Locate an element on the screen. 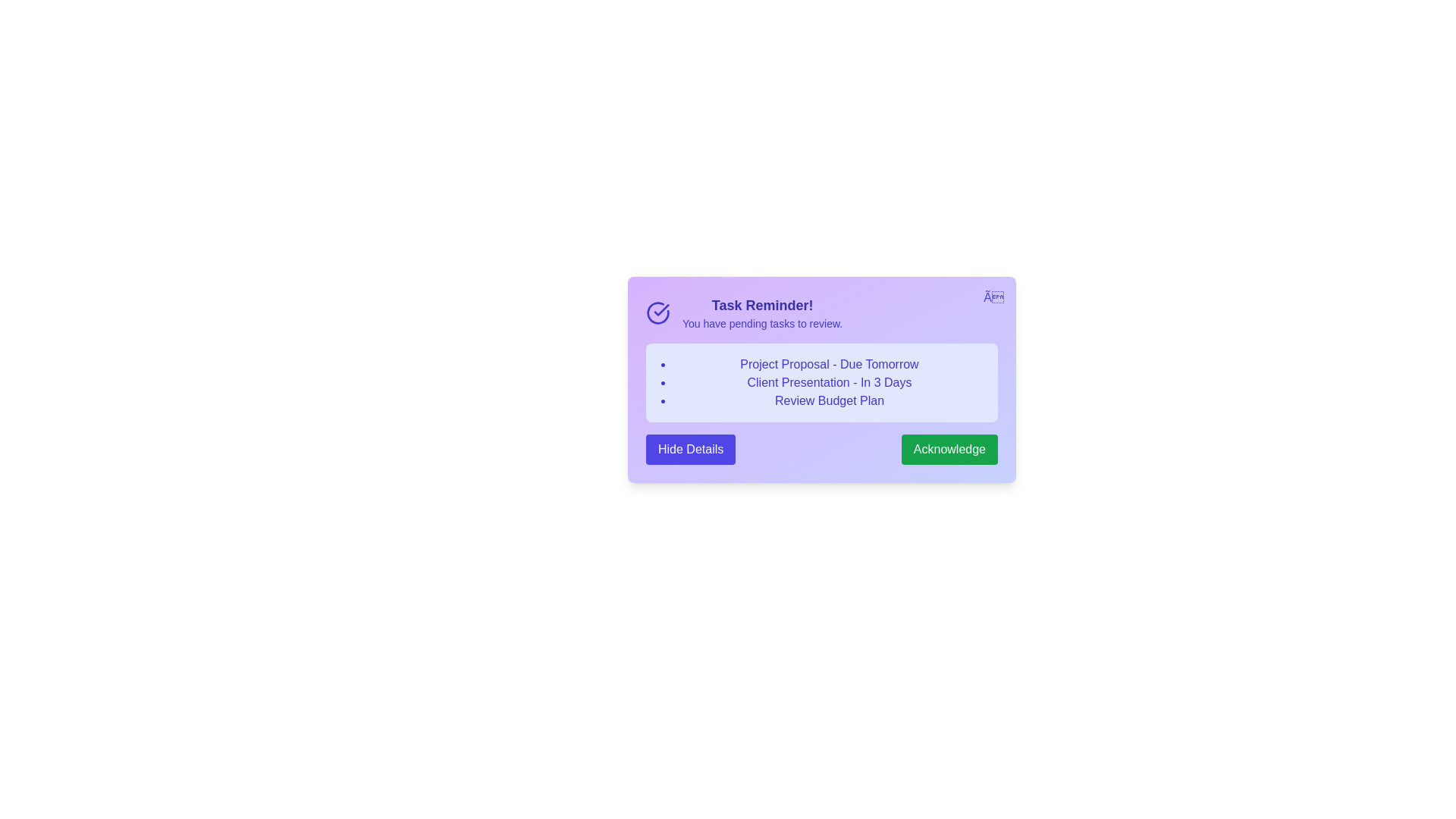  the close button to dismiss the alert is located at coordinates (993, 298).